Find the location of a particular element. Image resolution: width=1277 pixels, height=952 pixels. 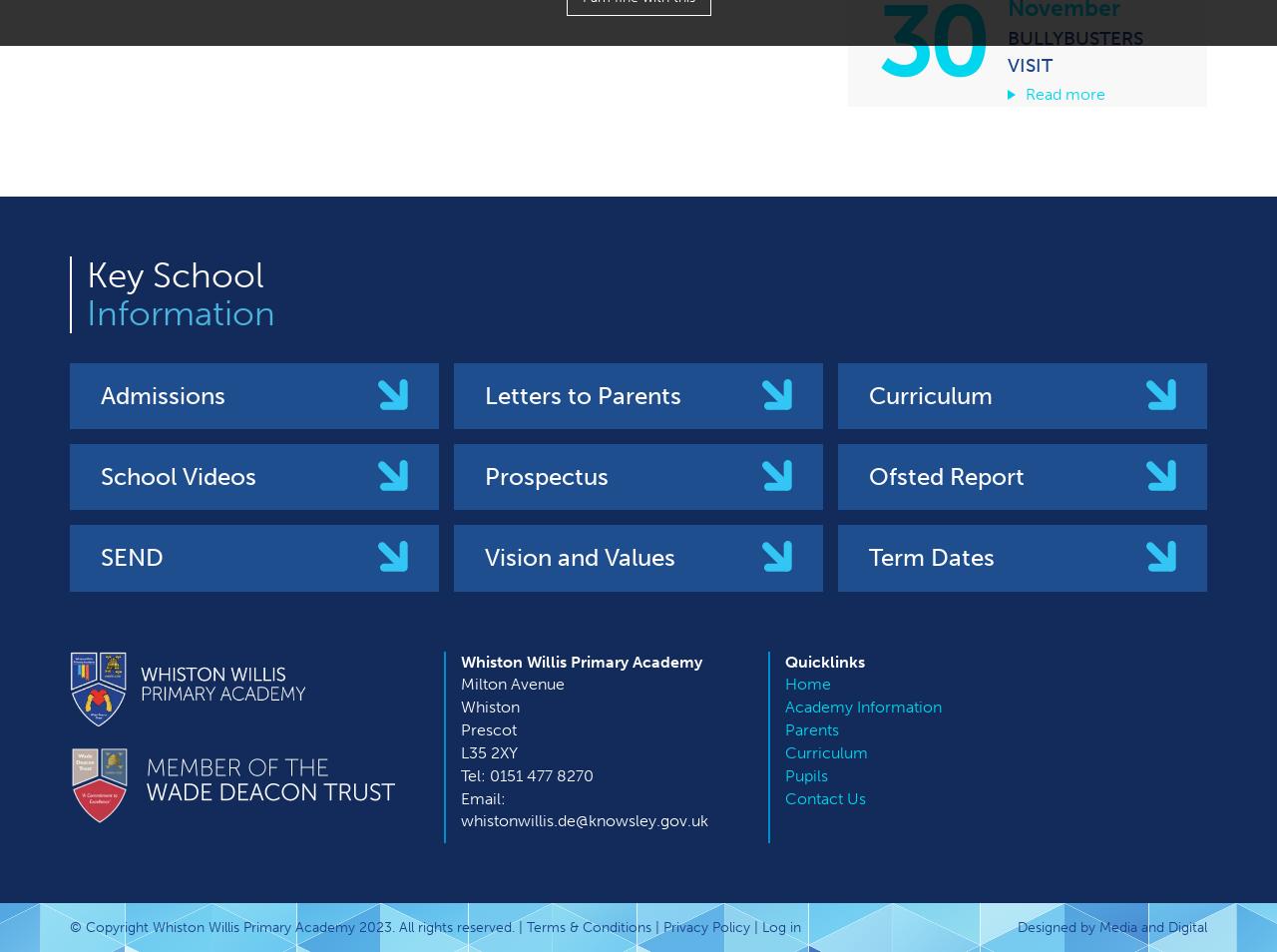

'L35 2XY' is located at coordinates (489, 751).